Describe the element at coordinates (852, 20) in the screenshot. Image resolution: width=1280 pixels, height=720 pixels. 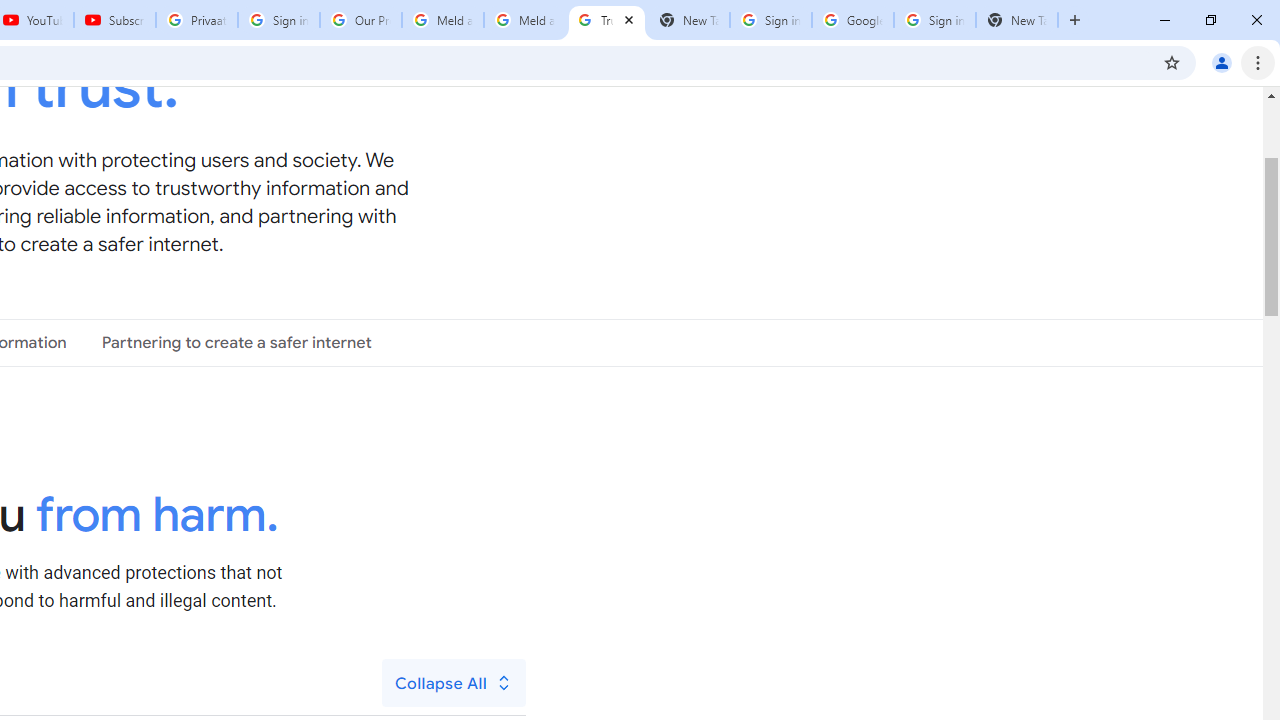
I see `'Google Cybersecurity Innovations - Google Safety Center'` at that location.